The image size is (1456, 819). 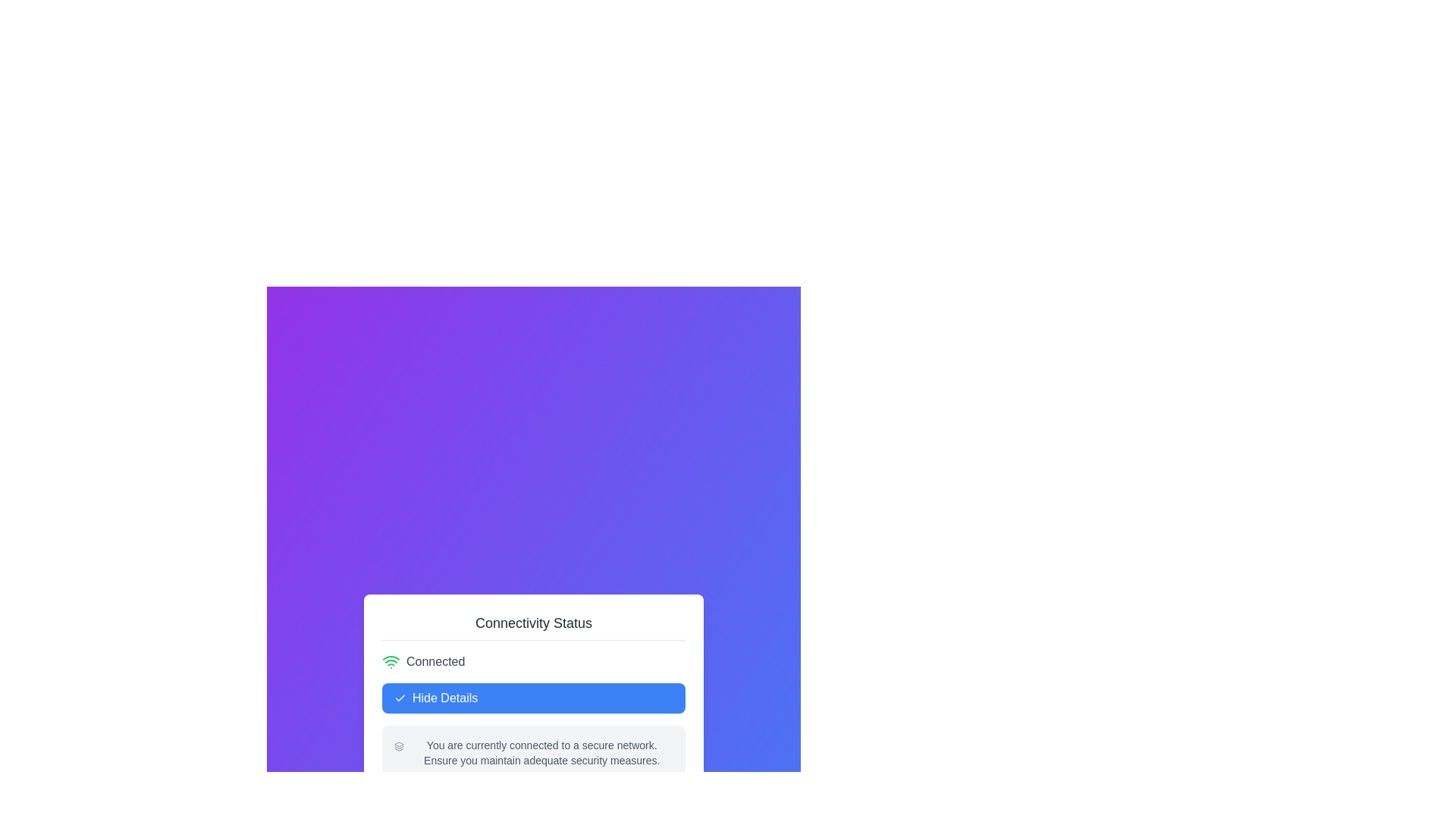 What do you see at coordinates (400, 698) in the screenshot?
I see `the vector-based checkmark icon located inside the 'Hide Details' button, which is positioned at the center-right of the interface under the 'Connectivity Status' modal window` at bounding box center [400, 698].